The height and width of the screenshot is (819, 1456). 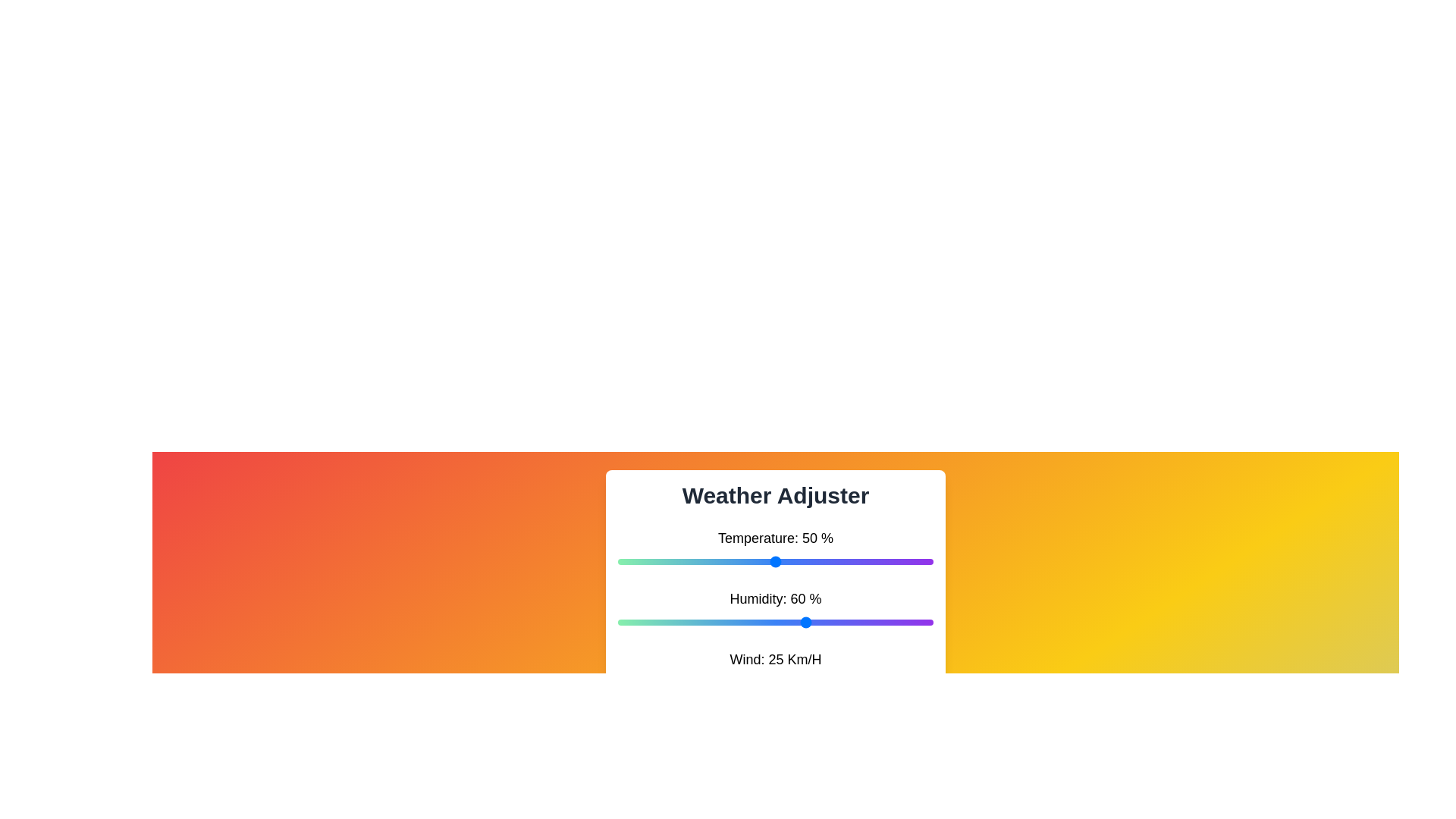 I want to click on the temperature slider to 53%, so click(x=785, y=561).